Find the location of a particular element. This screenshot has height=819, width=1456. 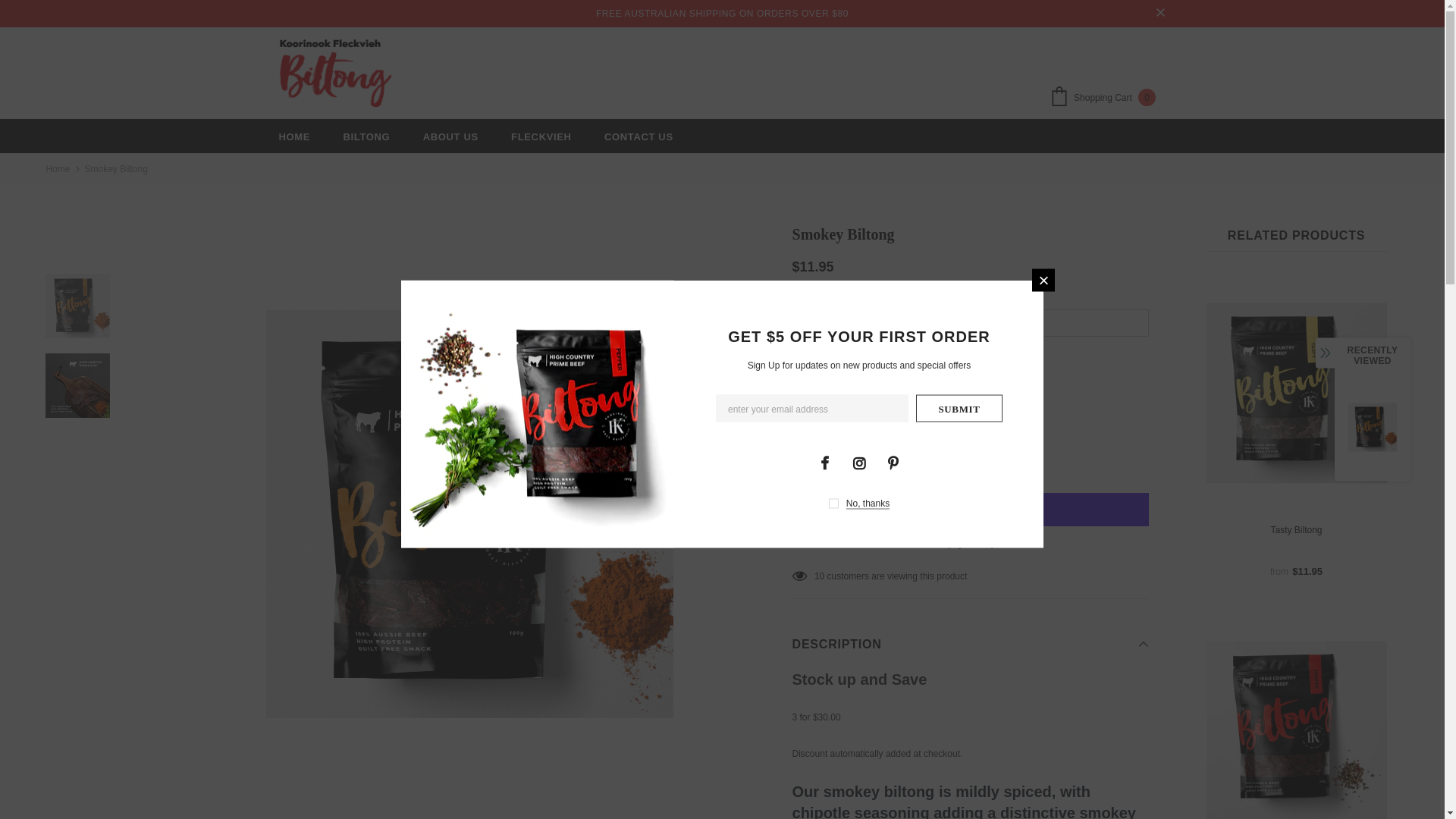

'DESCRIPTION' is located at coordinates (971, 643).